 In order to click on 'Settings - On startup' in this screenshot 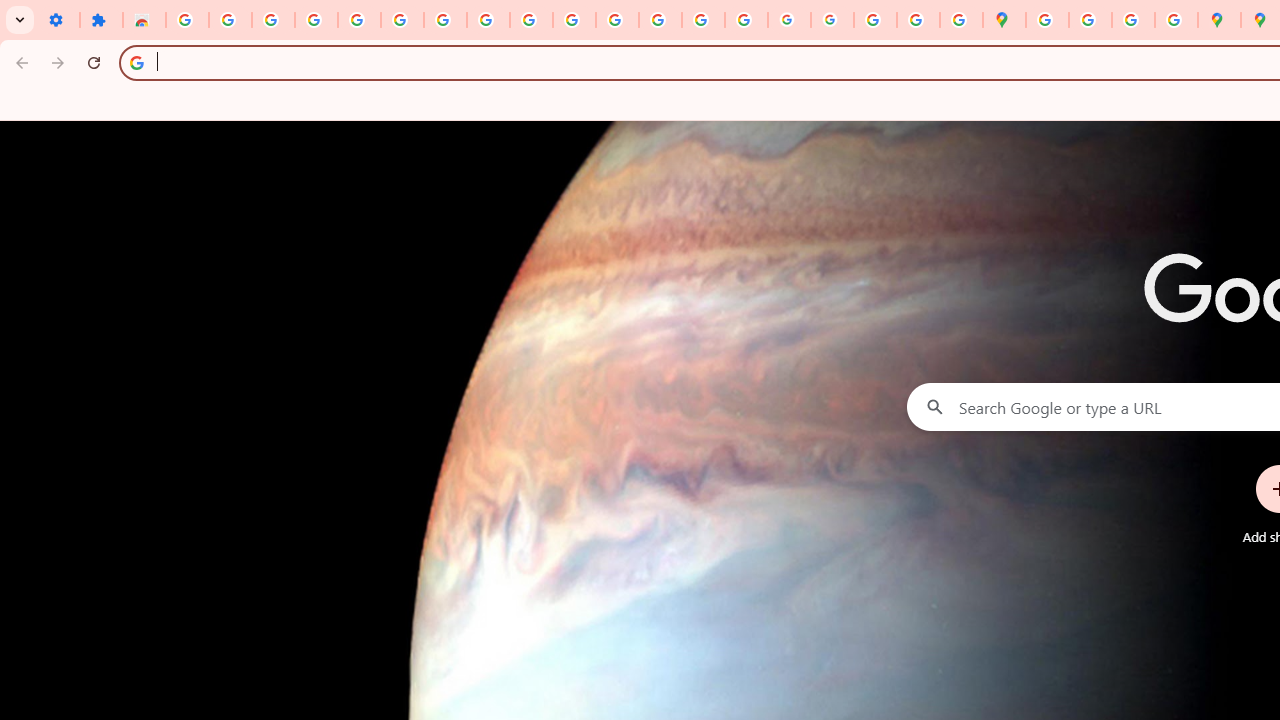, I will do `click(58, 20)`.